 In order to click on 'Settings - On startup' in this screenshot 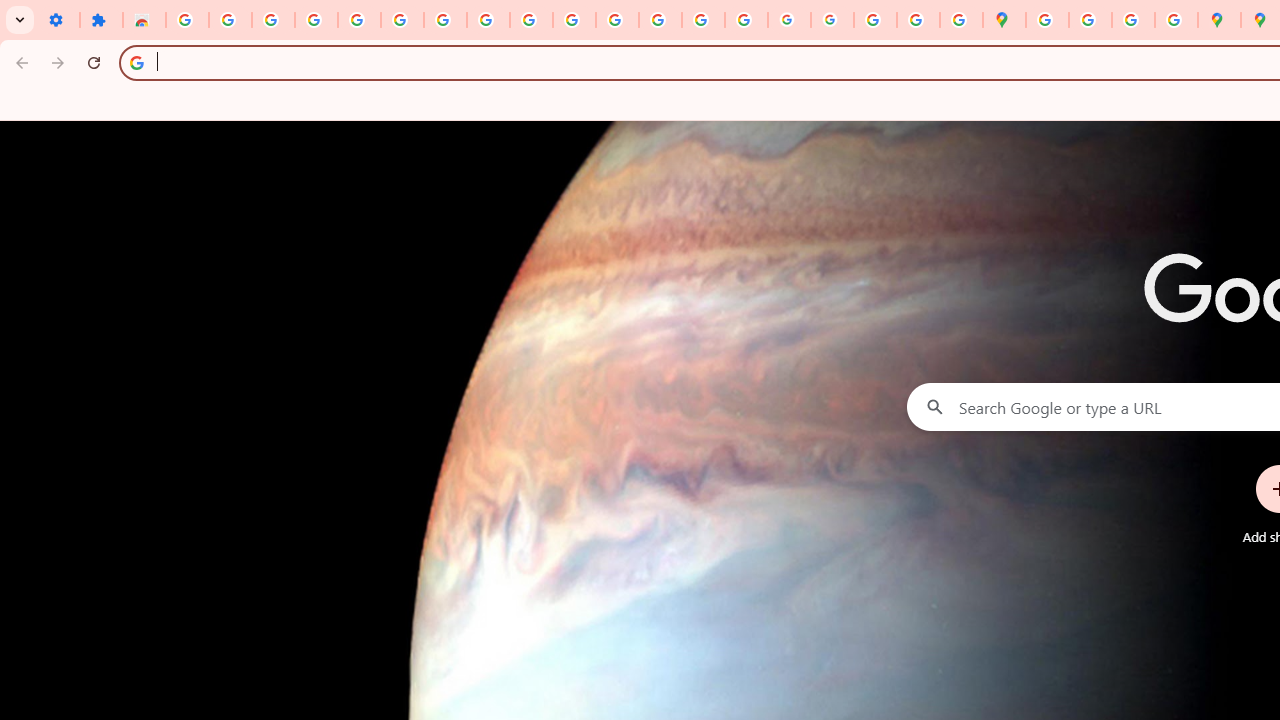, I will do `click(58, 20)`.